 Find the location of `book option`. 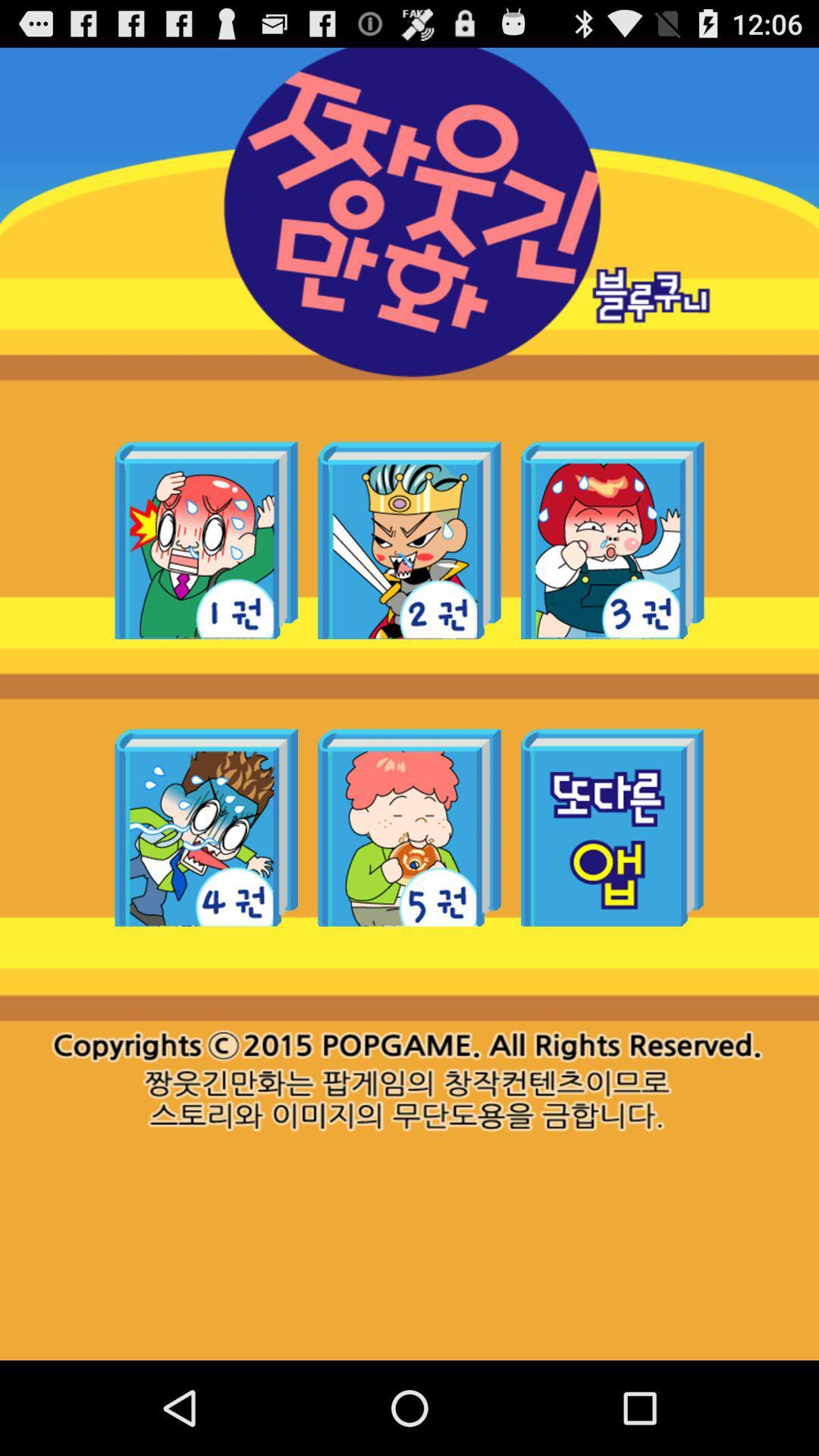

book option is located at coordinates (206, 540).